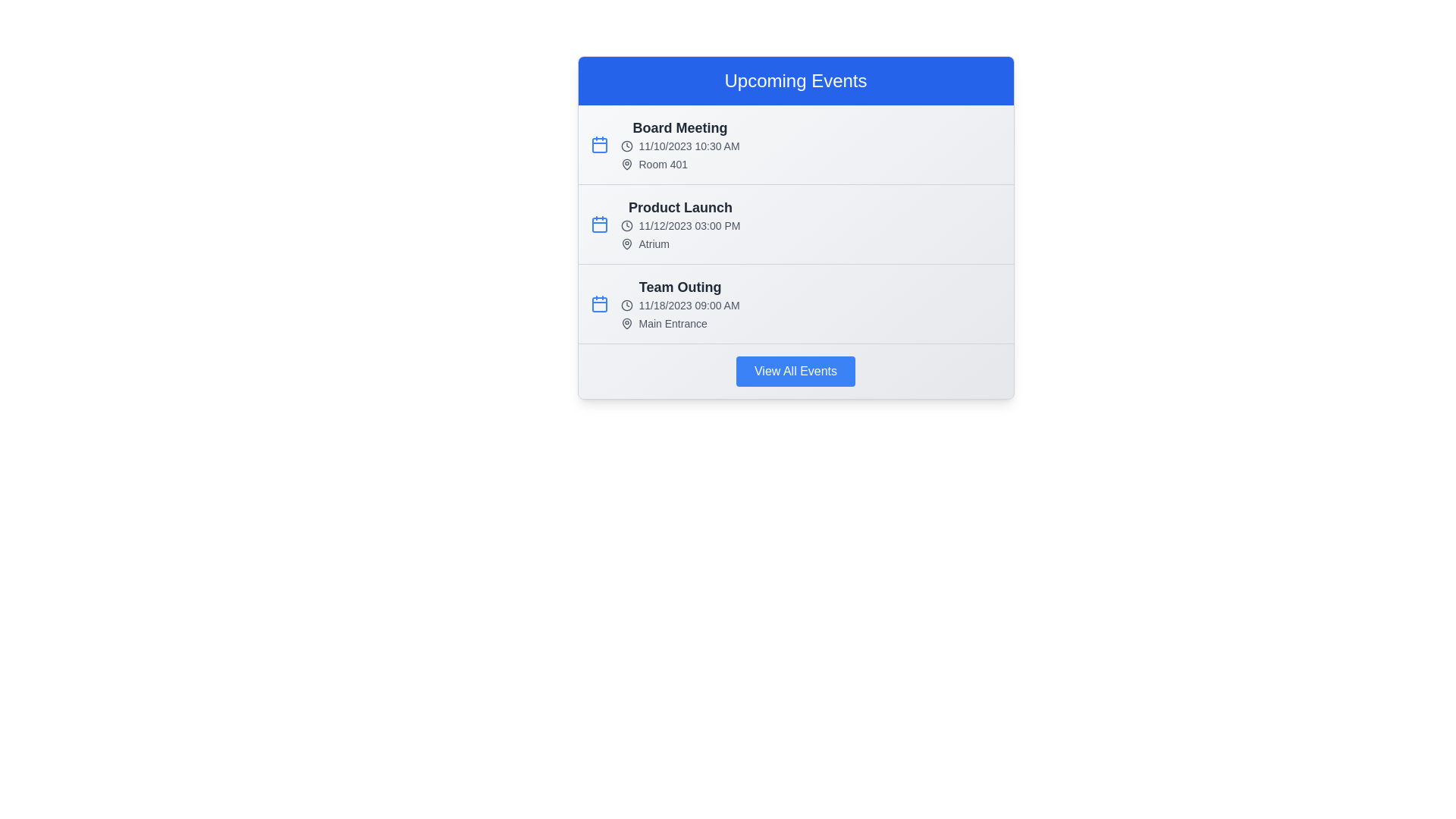 The image size is (1456, 819). What do you see at coordinates (679, 225) in the screenshot?
I see `the clock icon next to the timestamp '11/12/2023 03:00 PM' to visually indicate the time` at bounding box center [679, 225].